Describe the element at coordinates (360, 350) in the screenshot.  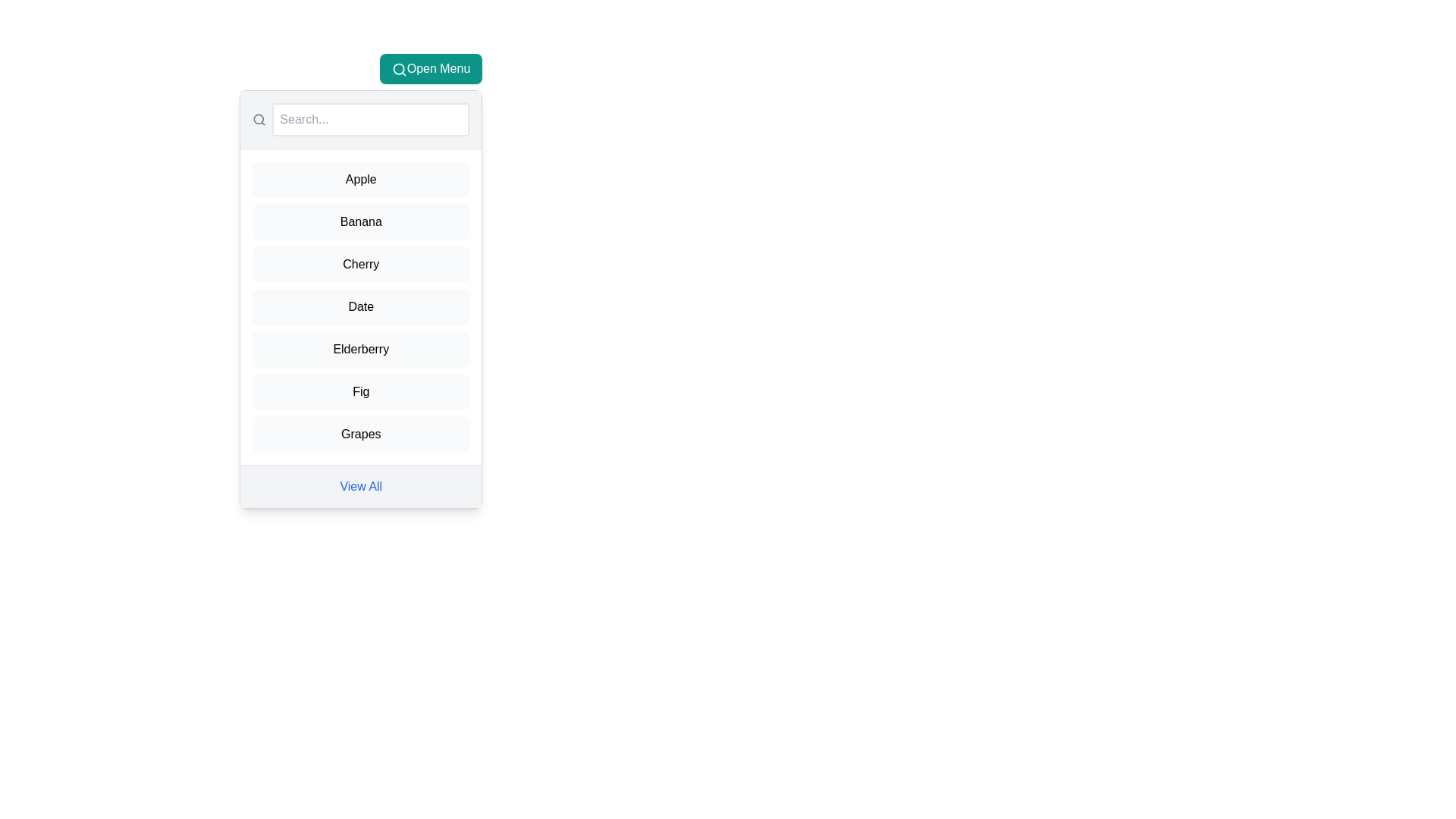
I see `the button-like menu item labeled 'Elderberry'` at that location.